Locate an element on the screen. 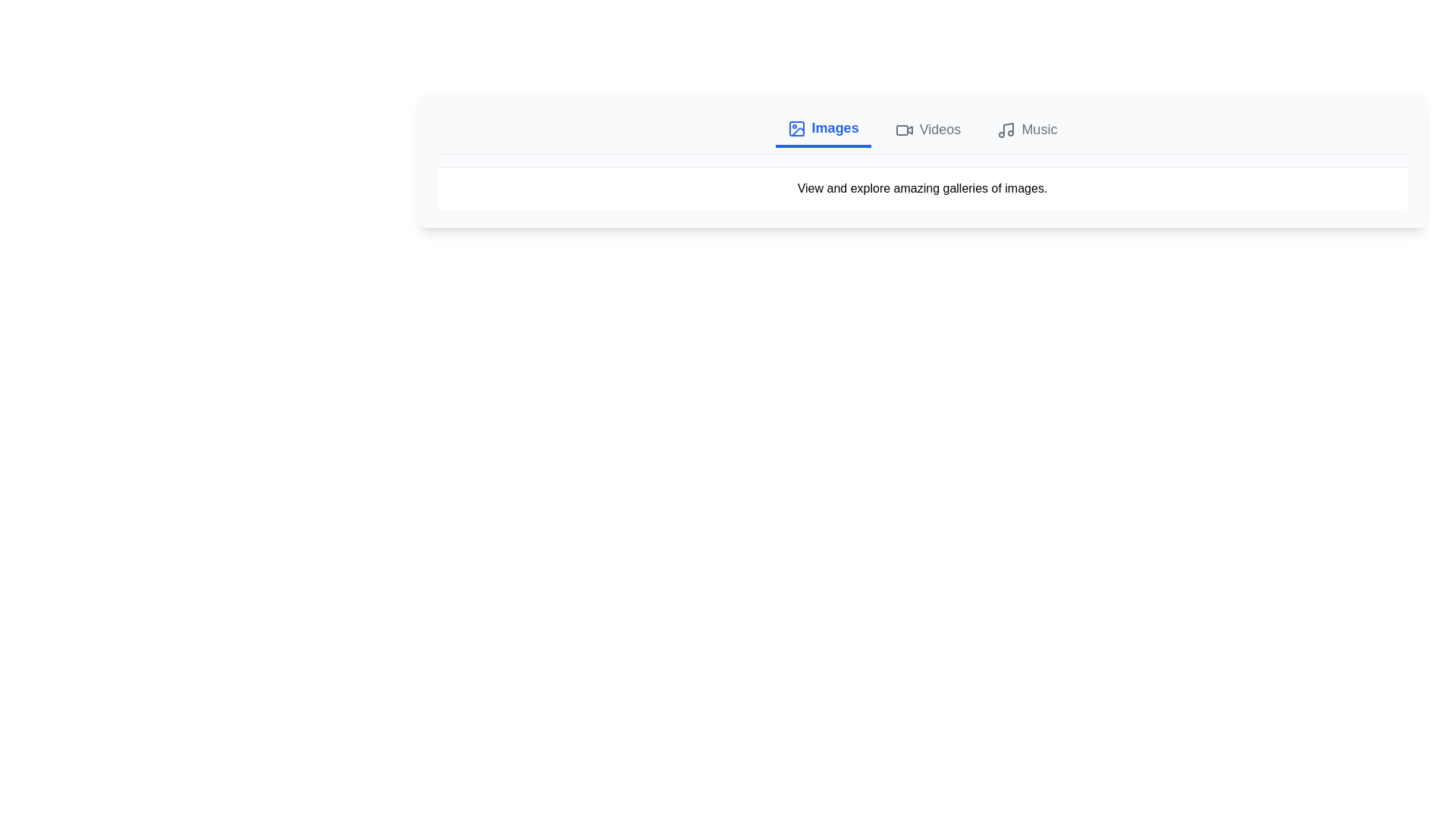  the icon within the 'Images' tab to focus on it is located at coordinates (795, 128).